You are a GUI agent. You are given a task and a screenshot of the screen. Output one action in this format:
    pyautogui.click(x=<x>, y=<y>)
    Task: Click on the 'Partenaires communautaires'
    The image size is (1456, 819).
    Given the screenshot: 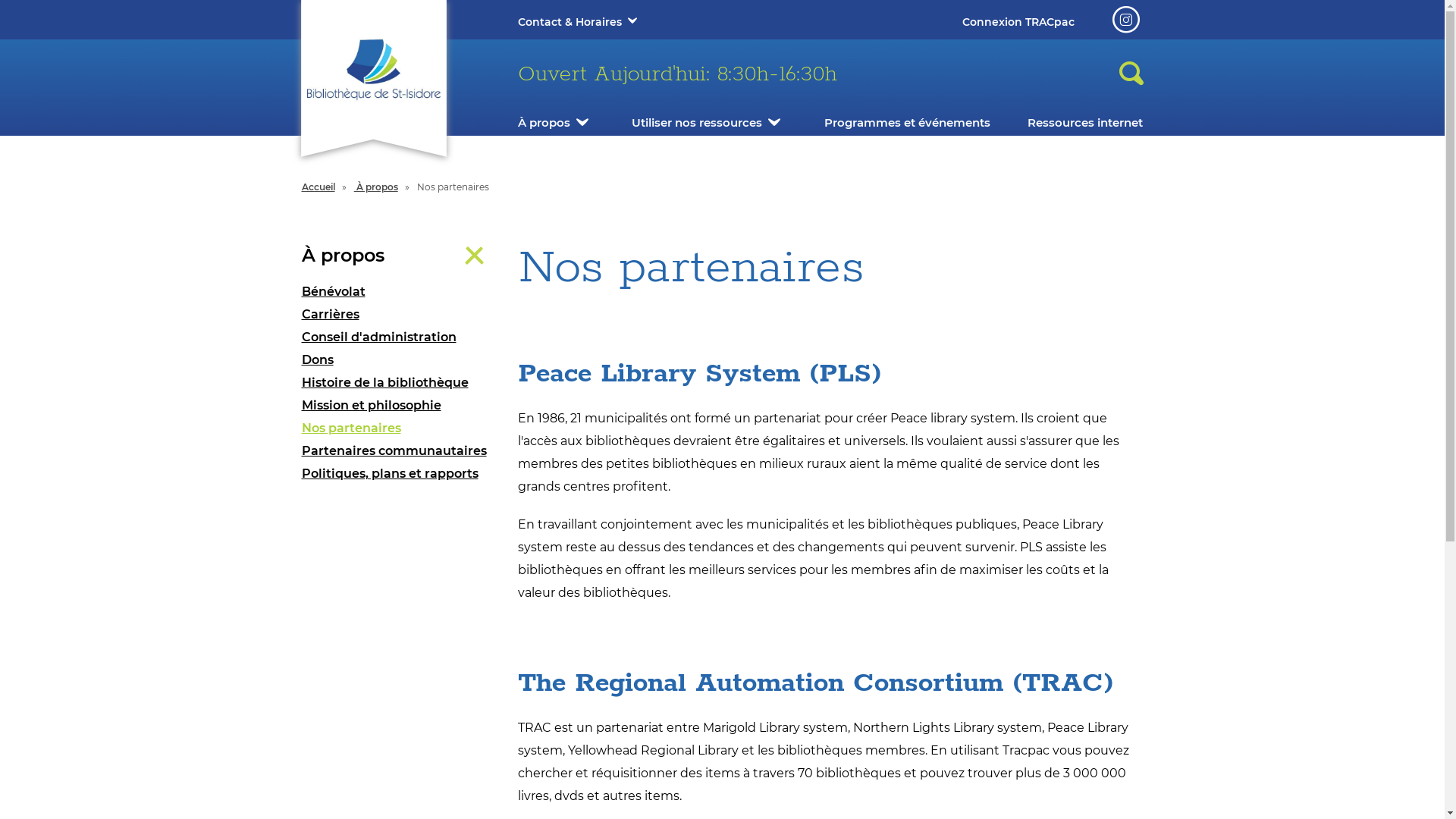 What is the action you would take?
    pyautogui.click(x=398, y=450)
    